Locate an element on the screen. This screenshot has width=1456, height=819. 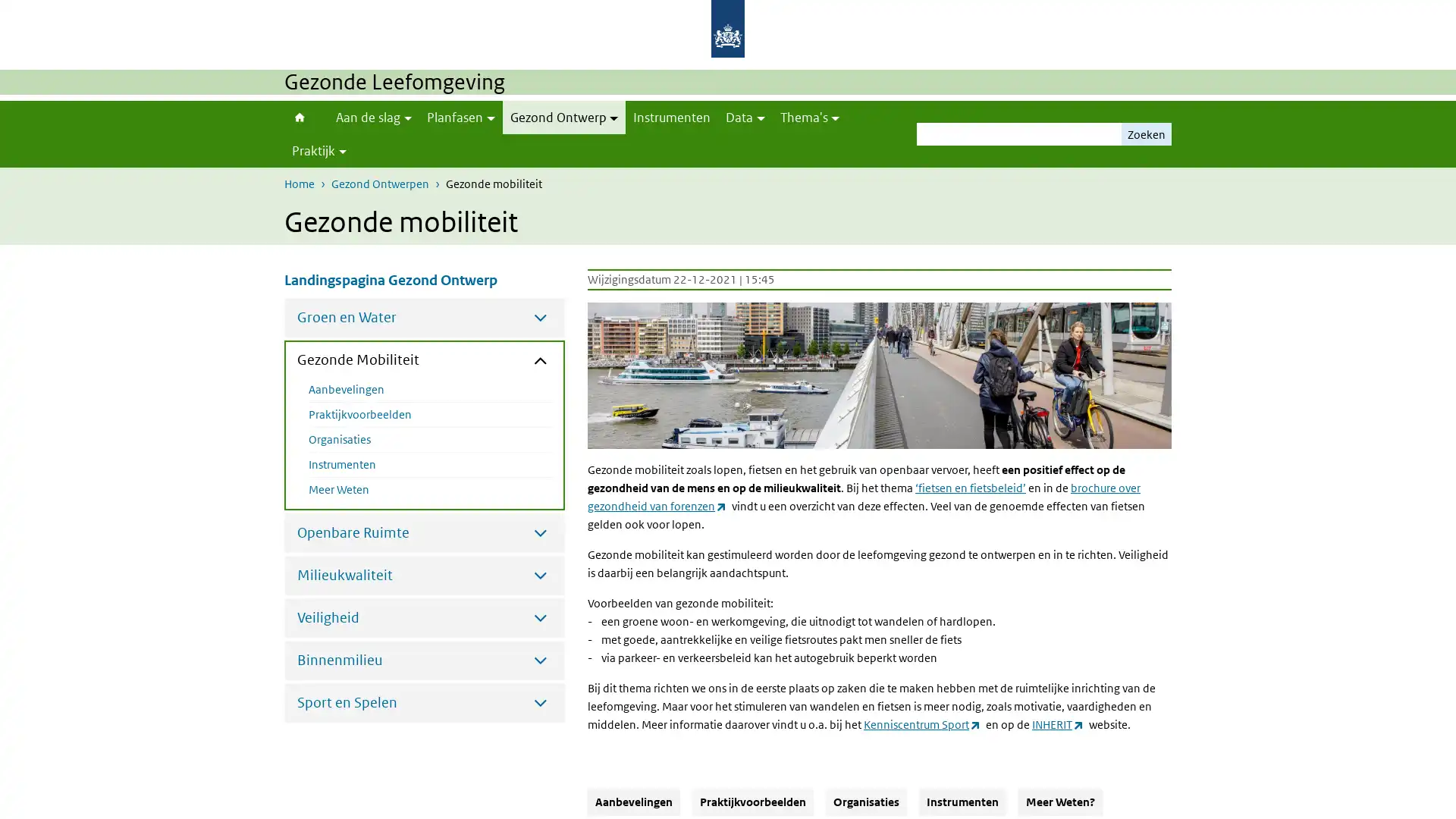
Zoeken is located at coordinates (1147, 133).